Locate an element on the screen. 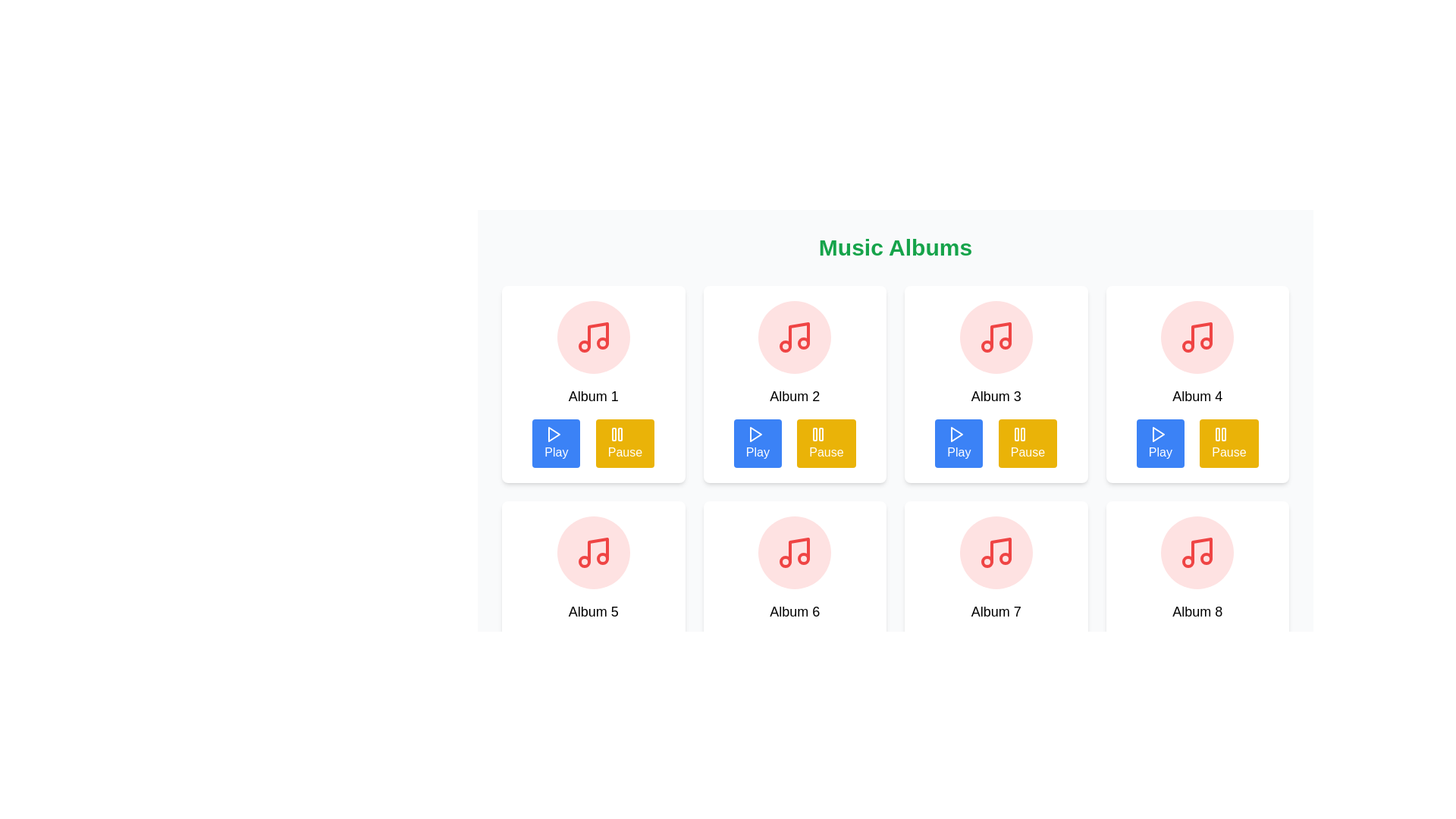 The width and height of the screenshot is (1456, 819). the circular icon representing the album's graphical representation located at the center of the 'Album 8' card in the second row and last column of the grid is located at coordinates (1197, 553).